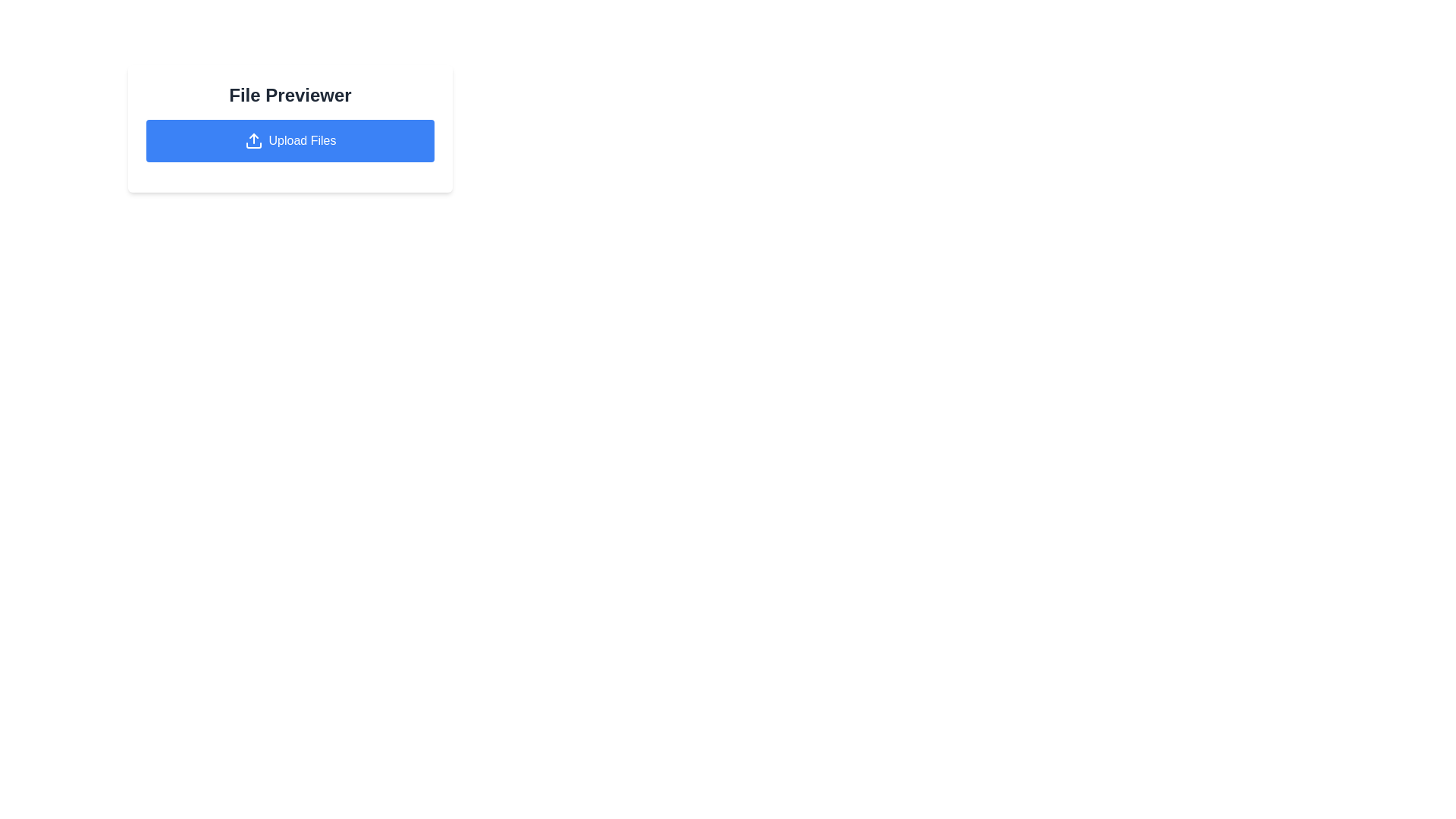 The height and width of the screenshot is (819, 1456). I want to click on the large, bold, and centered text element displaying 'File Previewer' in dark gray color, which is positioned above the 'Upload Files' button, so click(290, 96).